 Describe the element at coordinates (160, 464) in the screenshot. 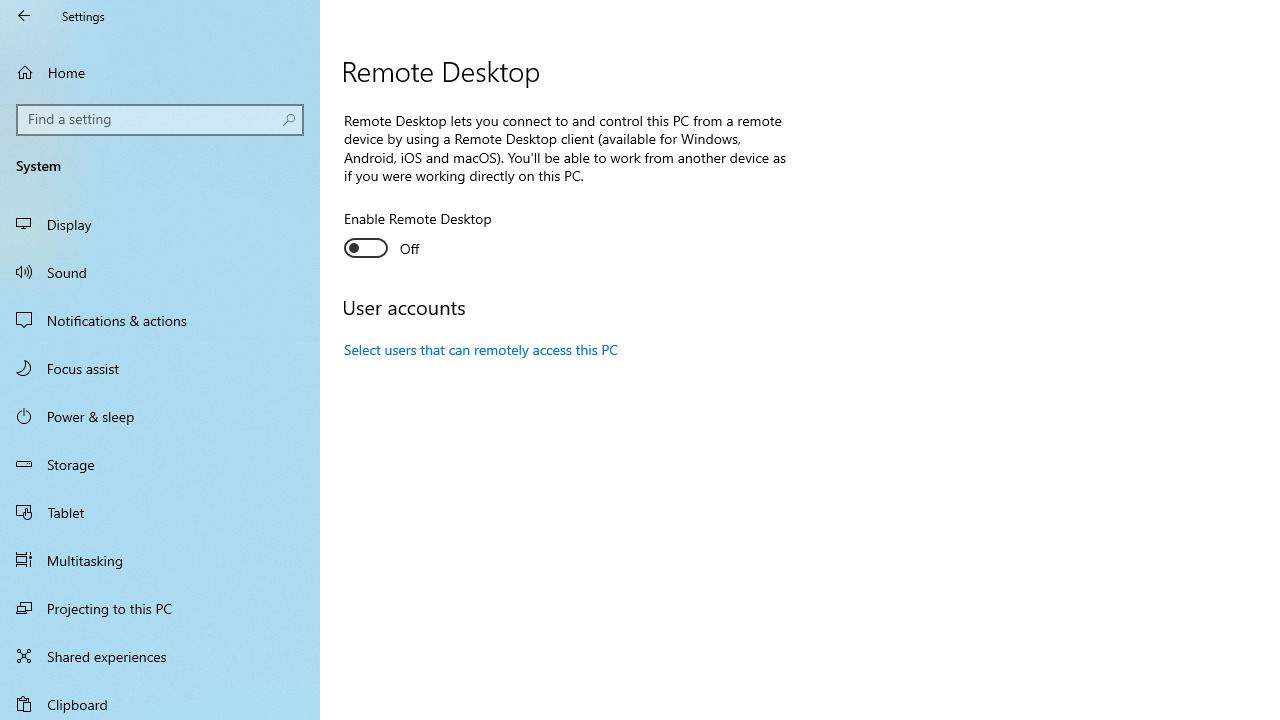

I see `'Storage'` at that location.